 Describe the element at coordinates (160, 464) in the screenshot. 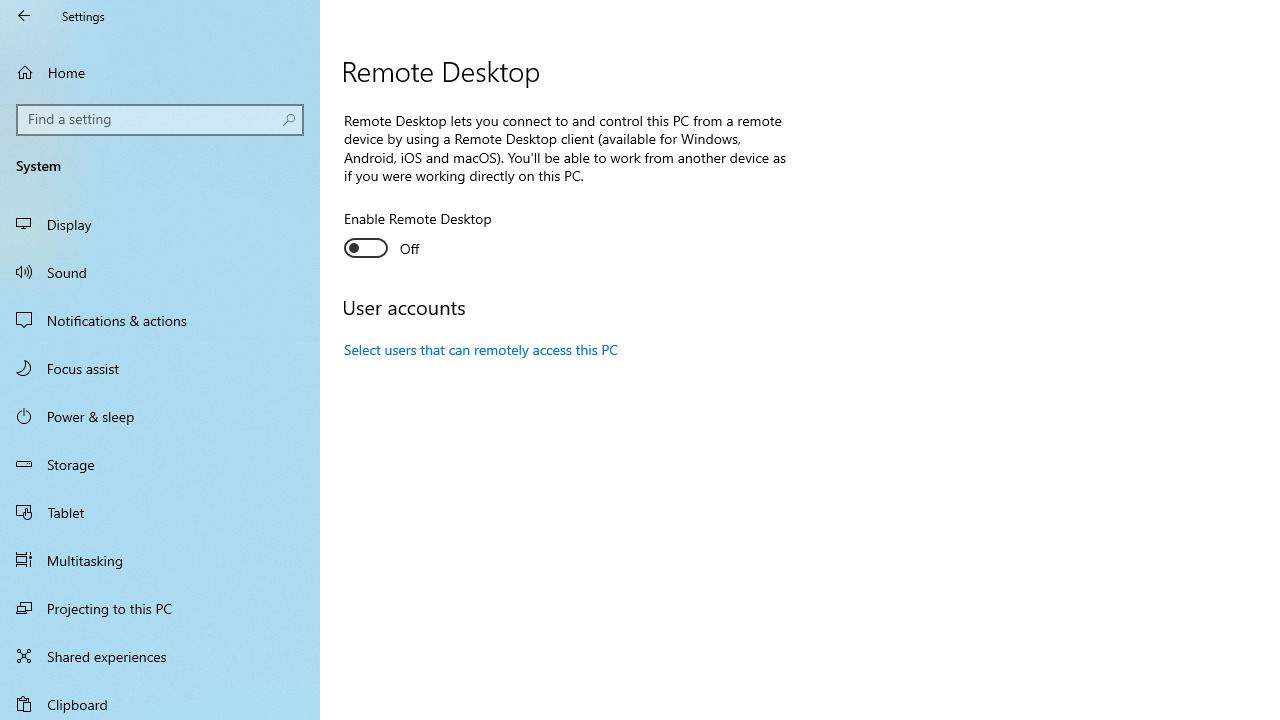

I see `'Storage'` at that location.